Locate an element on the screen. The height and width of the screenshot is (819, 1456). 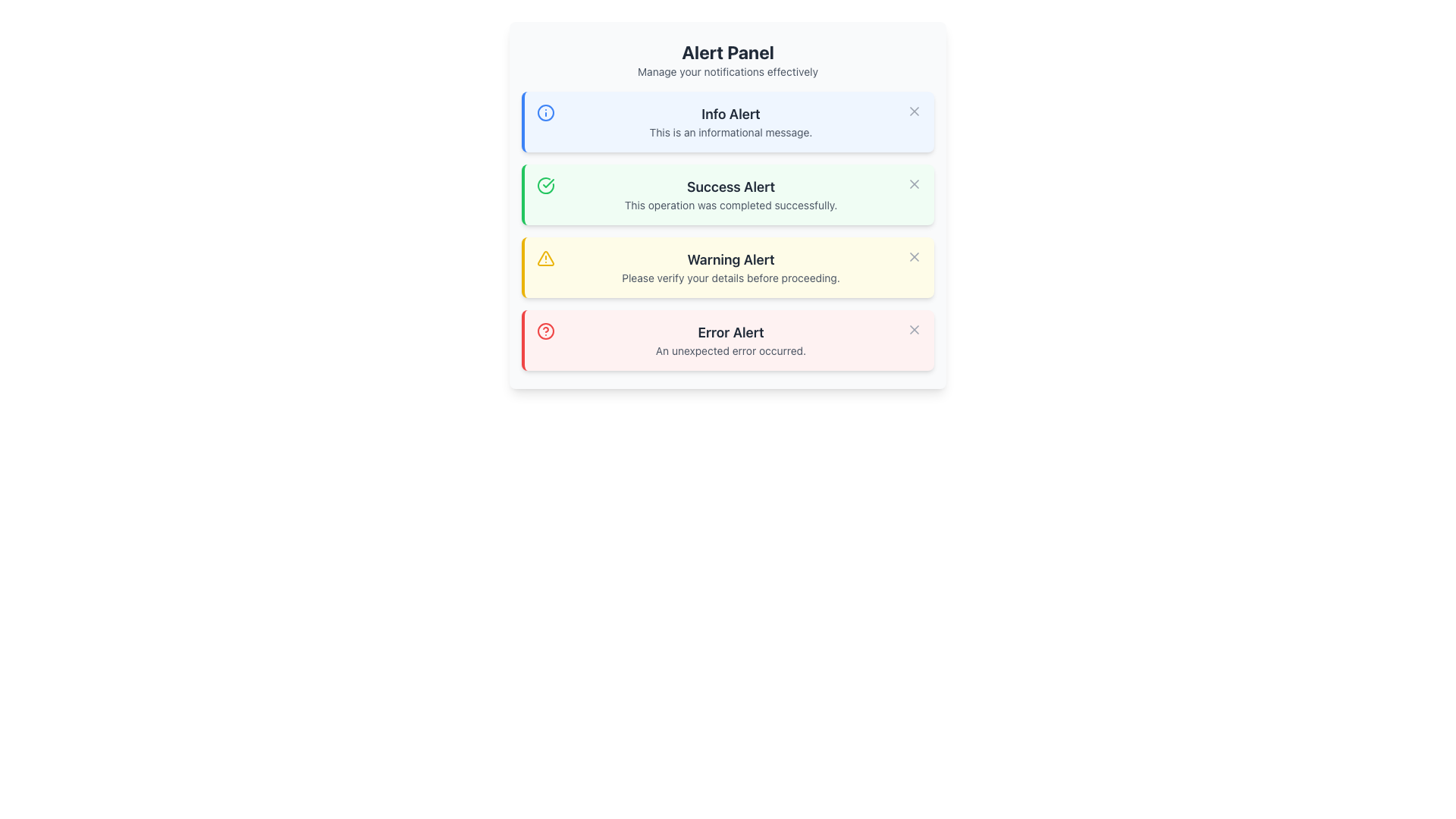
the static text block titled 'Alert Panel' which features a bold title and a subtitle for managing notifications, located at the top of the layout is located at coordinates (728, 58).